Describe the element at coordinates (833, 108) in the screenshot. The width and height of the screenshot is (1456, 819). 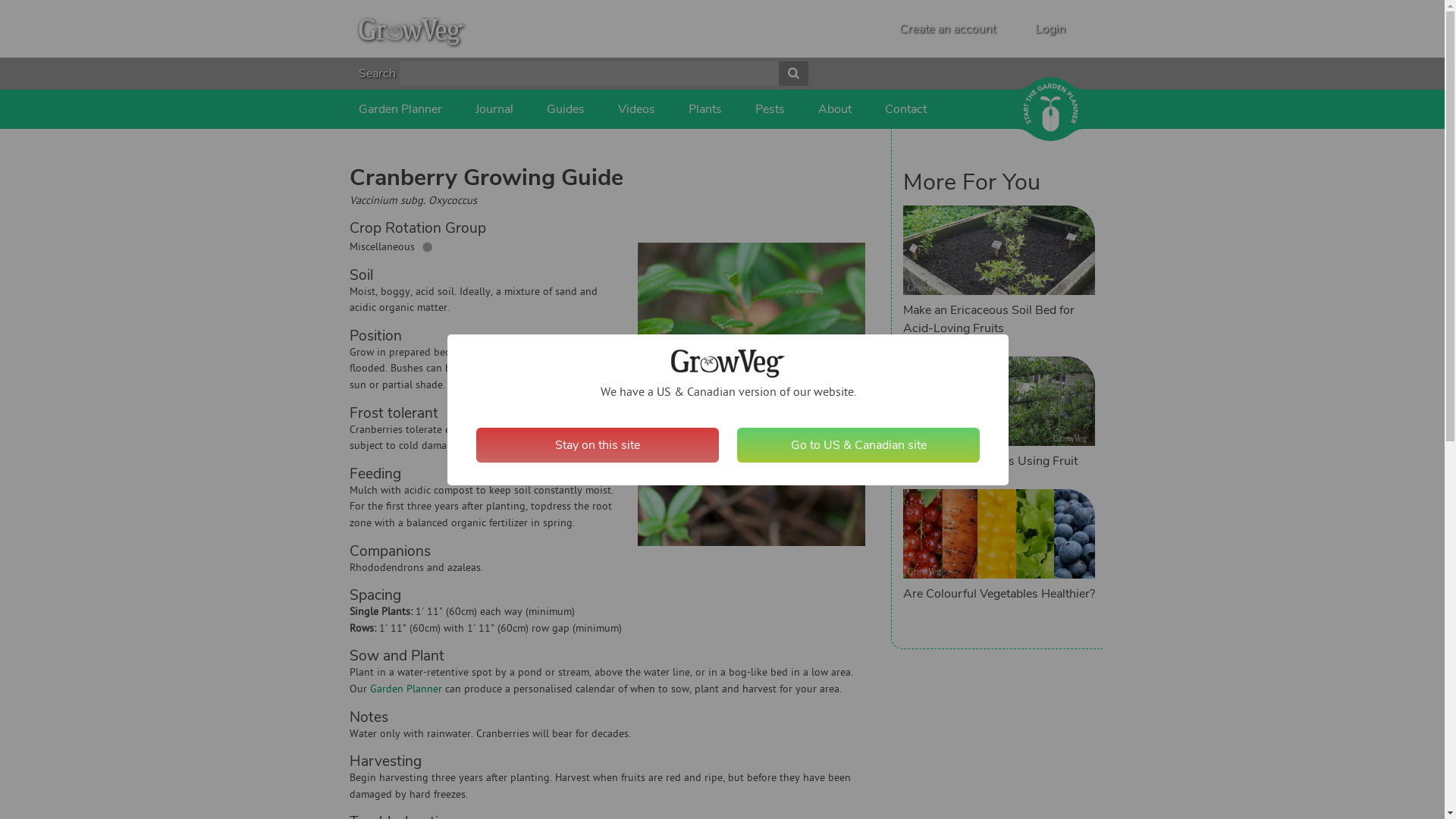
I see `'About'` at that location.